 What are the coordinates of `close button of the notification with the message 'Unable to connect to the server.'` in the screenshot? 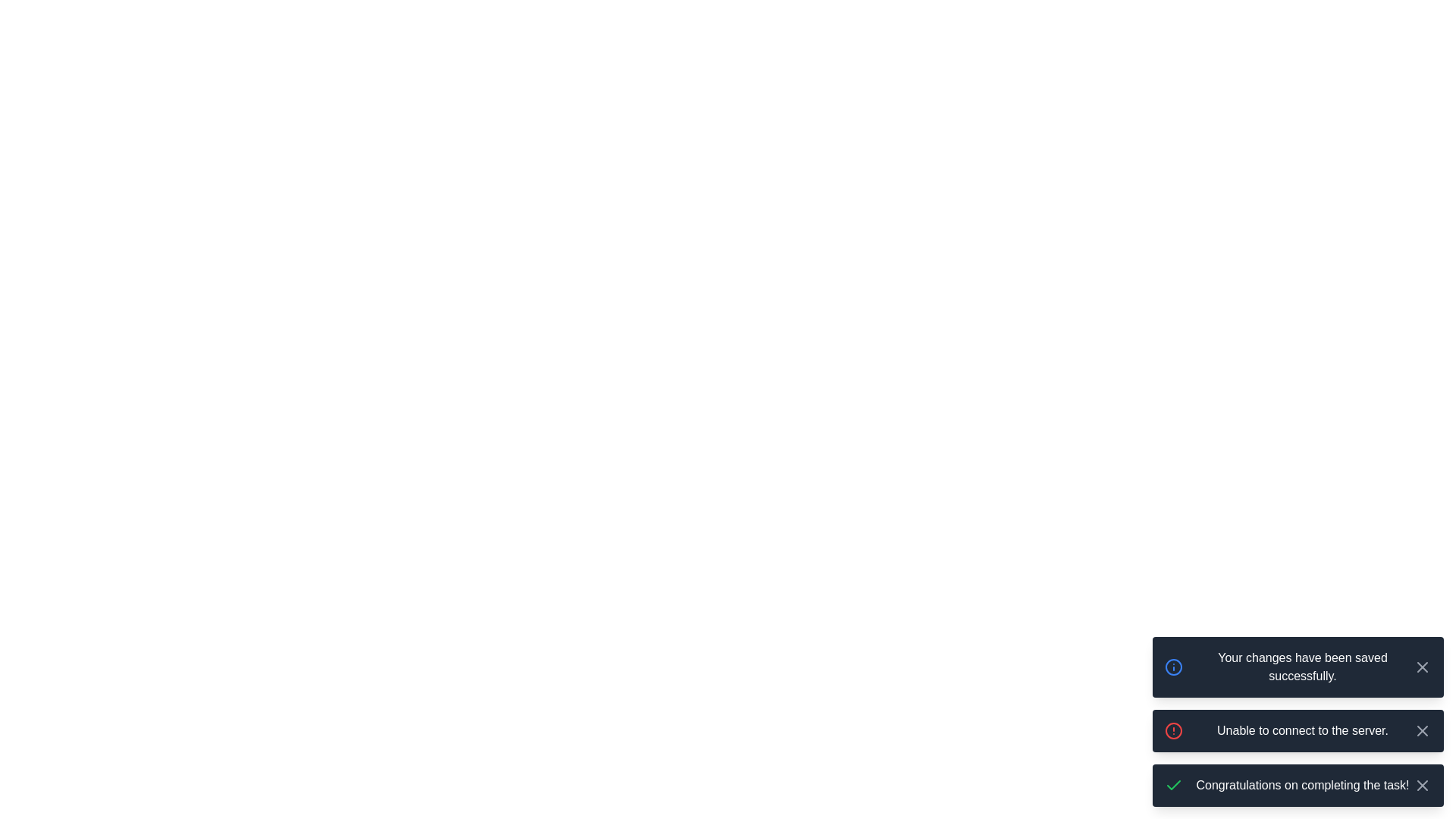 It's located at (1422, 730).